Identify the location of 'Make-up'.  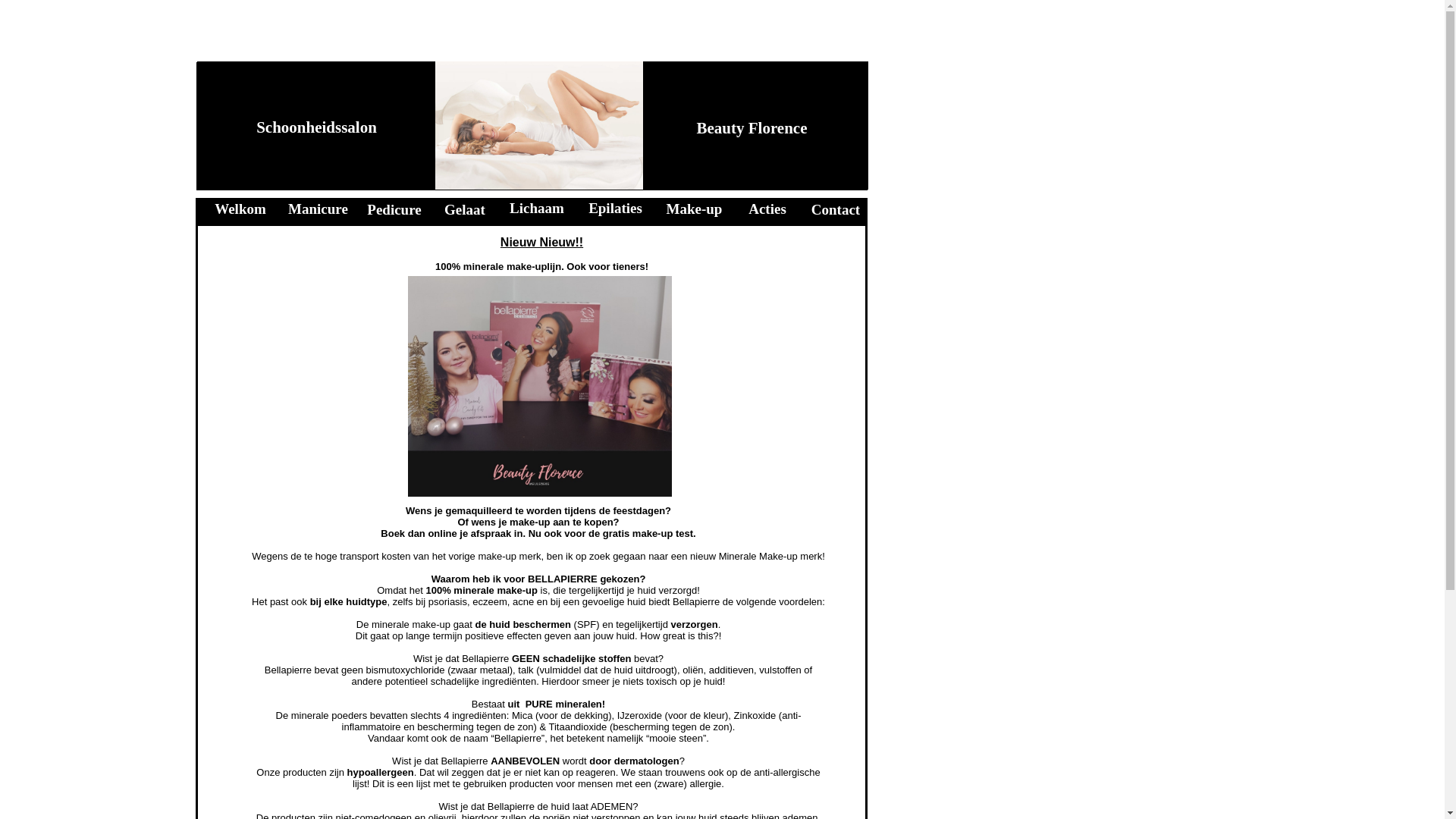
(694, 209).